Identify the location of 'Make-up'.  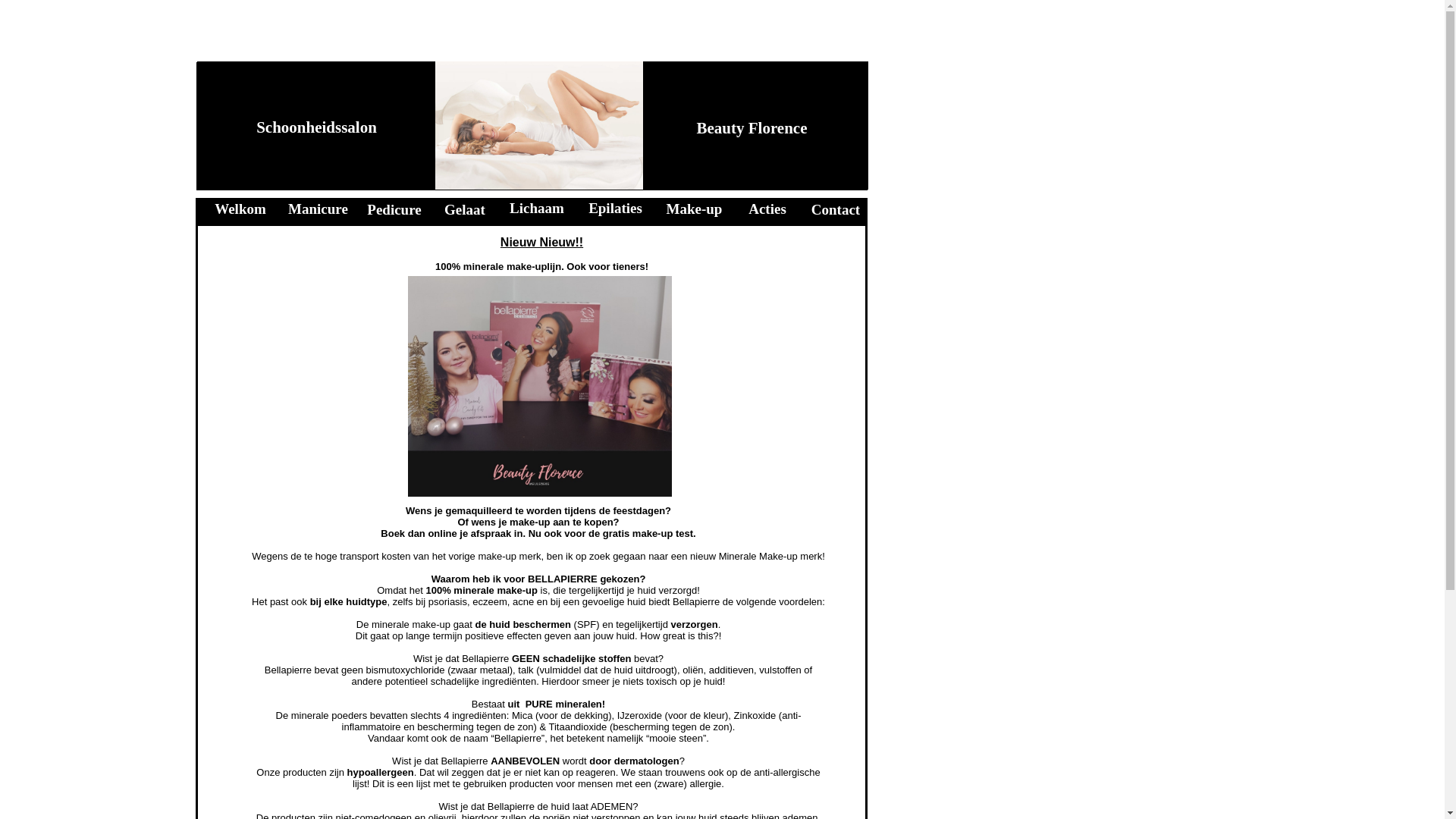
(694, 209).